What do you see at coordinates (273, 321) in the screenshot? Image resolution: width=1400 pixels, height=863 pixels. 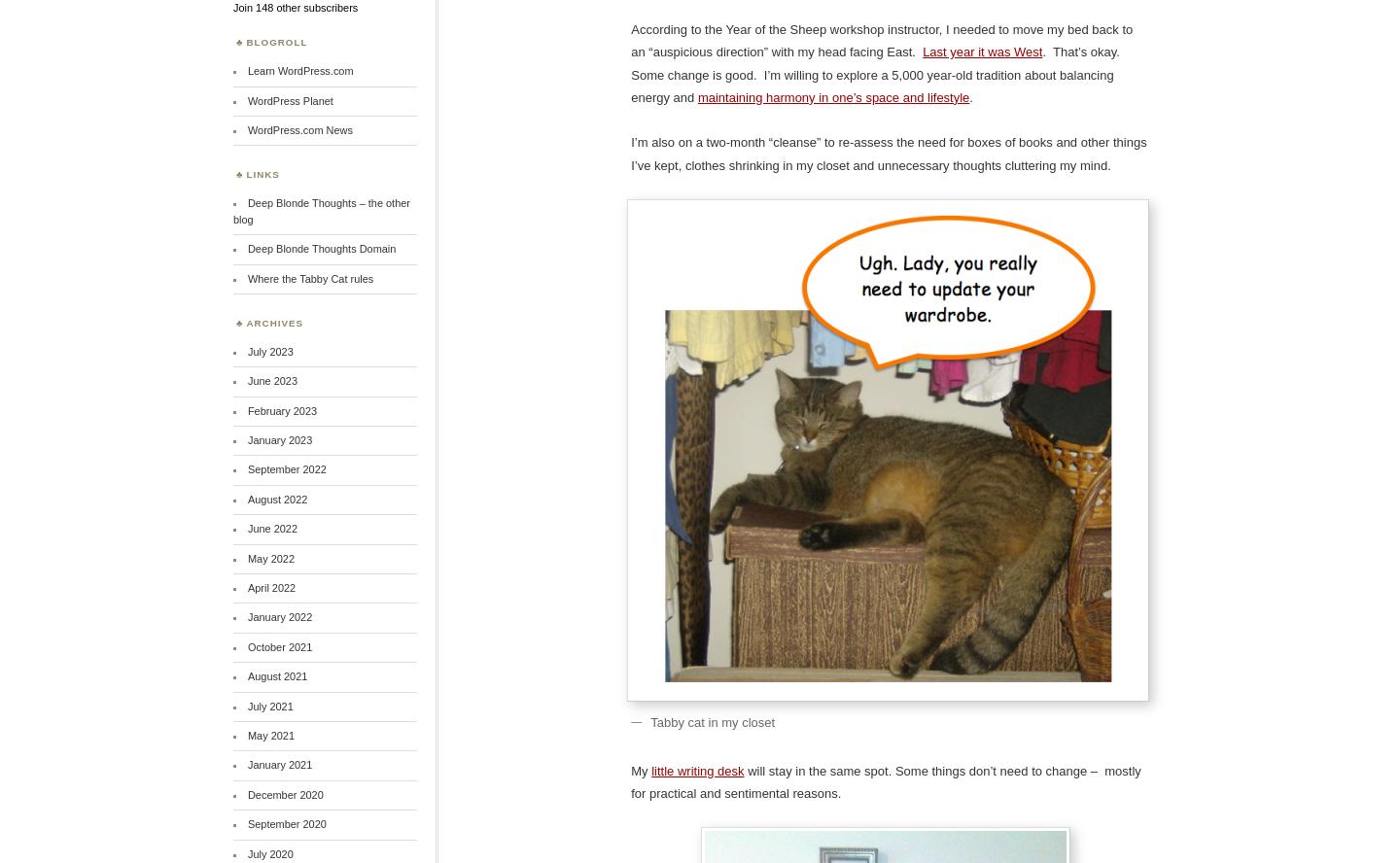 I see `'Archives'` at bounding box center [273, 321].